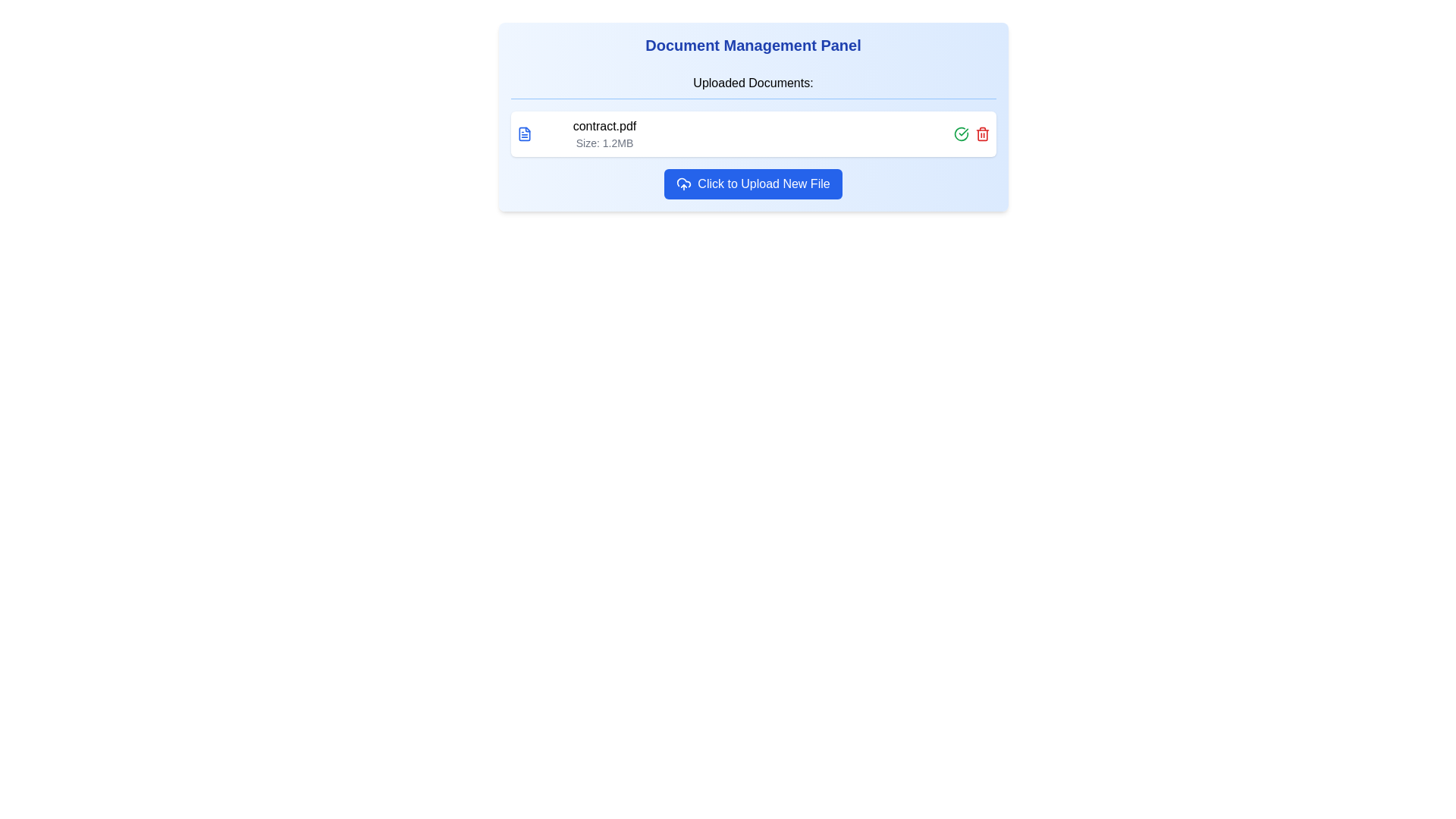 Image resolution: width=1456 pixels, height=819 pixels. Describe the element at coordinates (524, 133) in the screenshot. I see `the blue SVG icon representing a file document located to the left of the text 'contract.pdf' in the 'Uploaded Documents' section` at that location.